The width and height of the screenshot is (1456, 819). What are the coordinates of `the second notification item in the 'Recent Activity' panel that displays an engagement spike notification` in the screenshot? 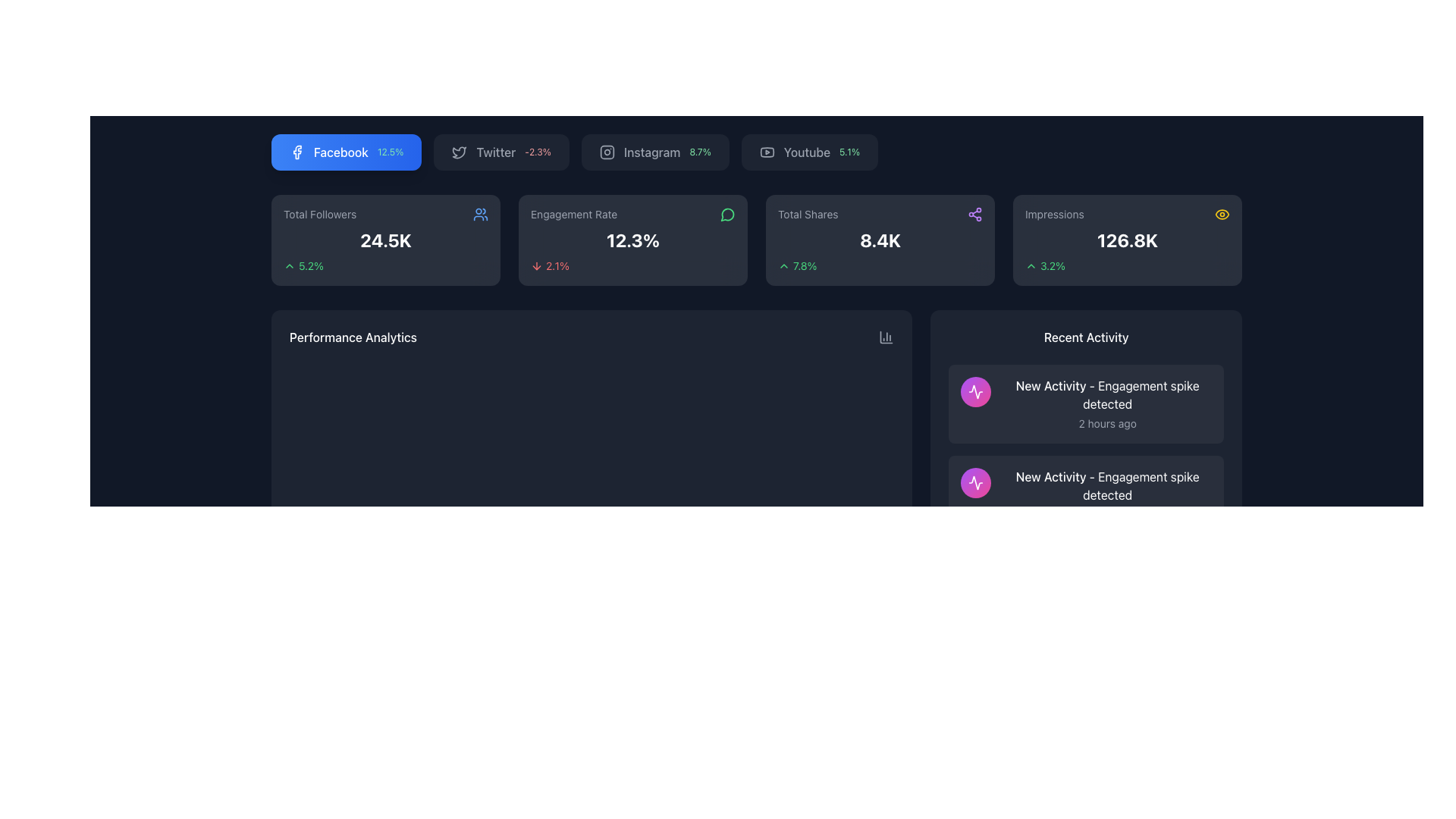 It's located at (1085, 494).